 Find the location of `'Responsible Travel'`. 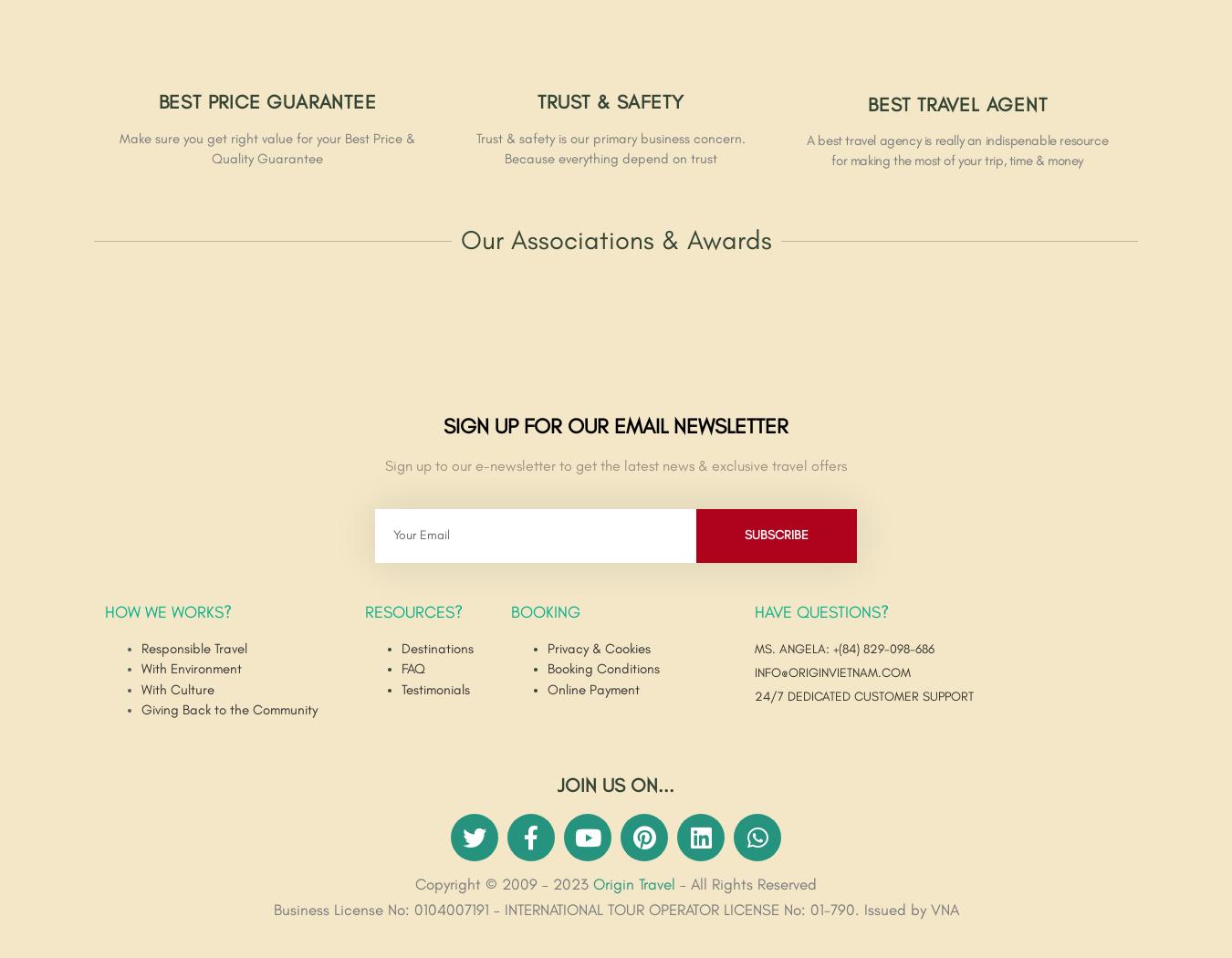

'Responsible Travel' is located at coordinates (194, 648).